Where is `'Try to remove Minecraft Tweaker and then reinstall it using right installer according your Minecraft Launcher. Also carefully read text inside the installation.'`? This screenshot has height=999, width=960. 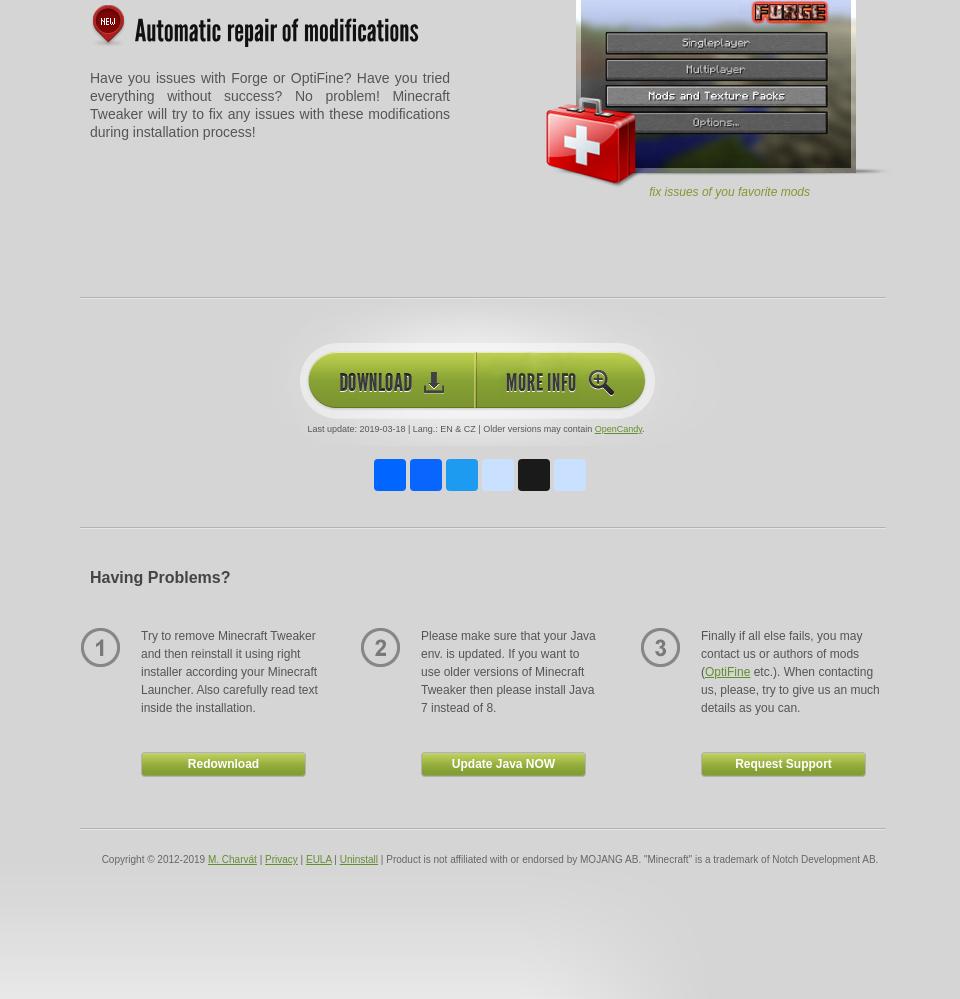 'Try to remove Minecraft Tweaker and then reinstall it using right installer according your Minecraft Launcher. Also carefully read text inside the installation.' is located at coordinates (228, 672).